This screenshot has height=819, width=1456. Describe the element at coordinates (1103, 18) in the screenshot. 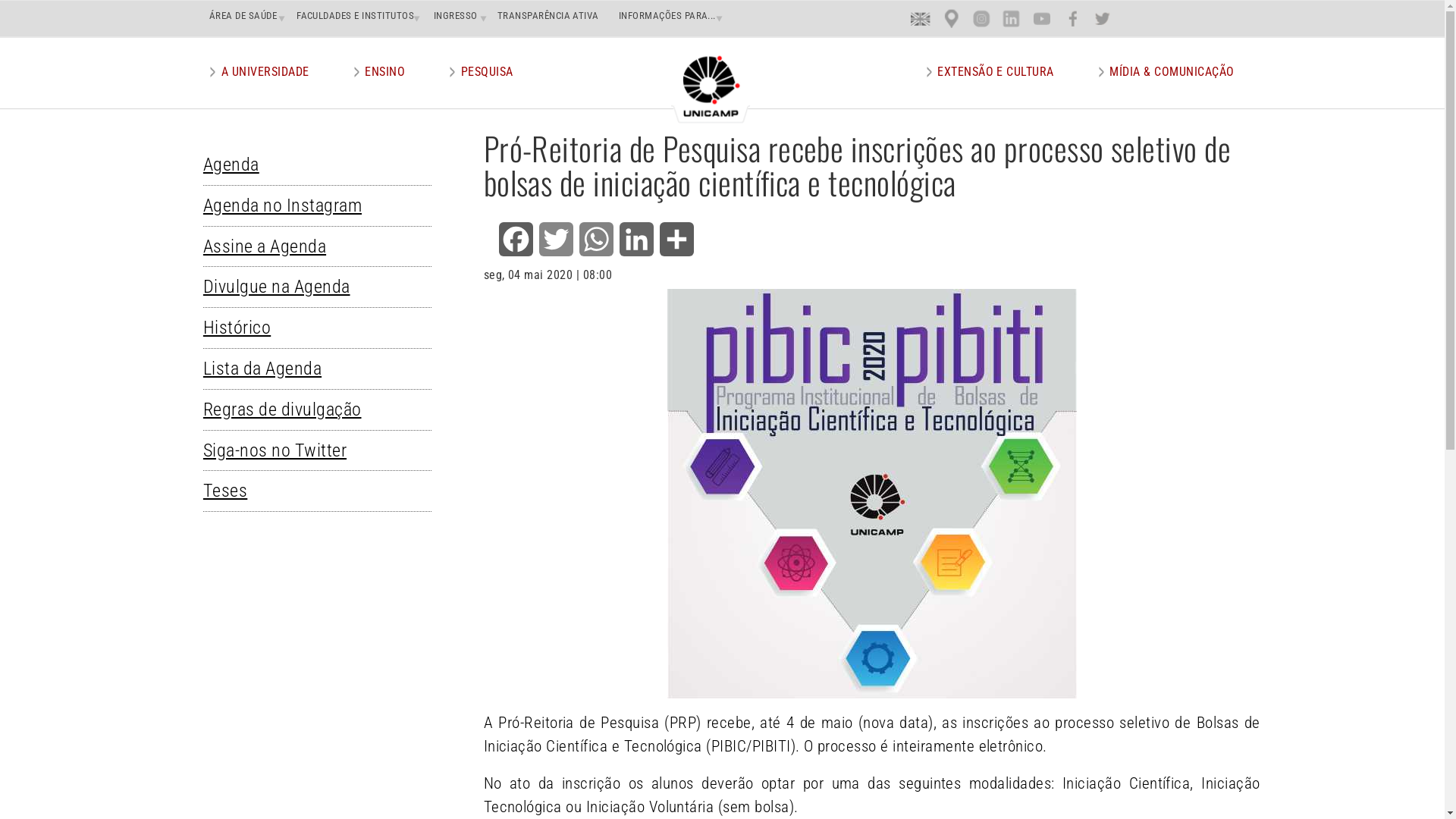

I see `'Twit'` at that location.